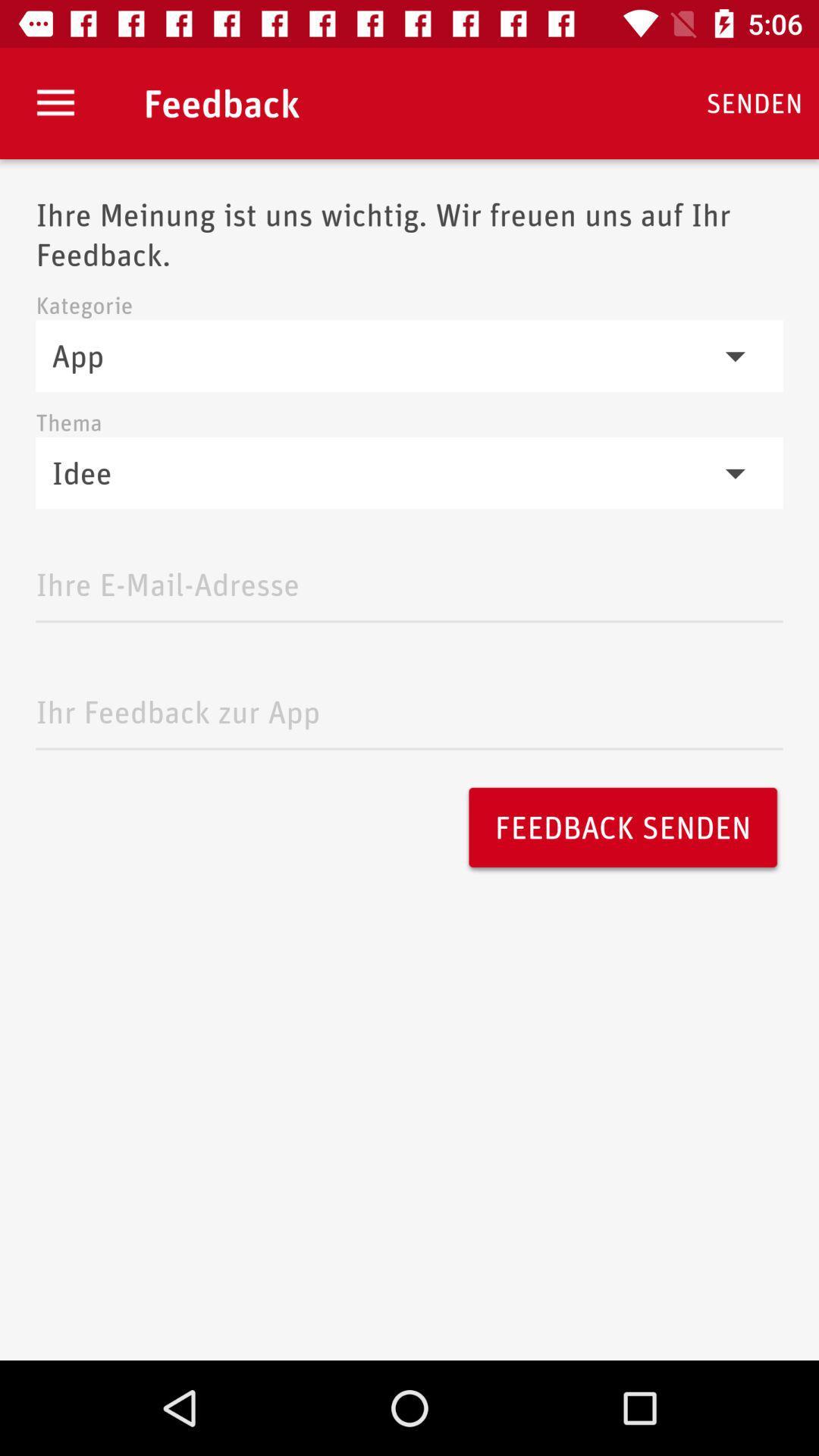 The width and height of the screenshot is (819, 1456). I want to click on the item on the right, so click(623, 827).